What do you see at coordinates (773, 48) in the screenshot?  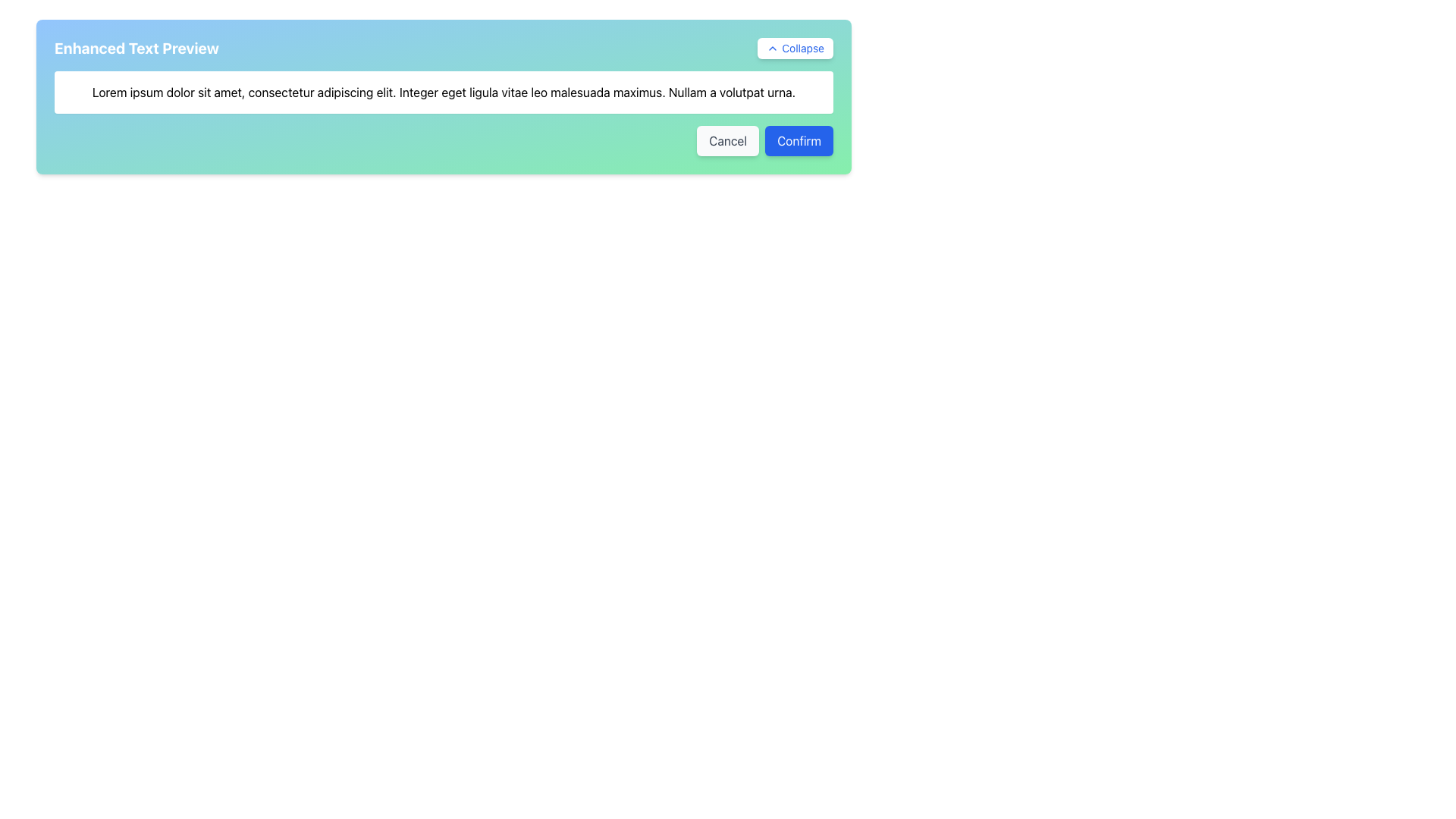 I see `the chevron icon located to the left of the 'Collapse' text in the button on the top-right section of the green-gradient box` at bounding box center [773, 48].